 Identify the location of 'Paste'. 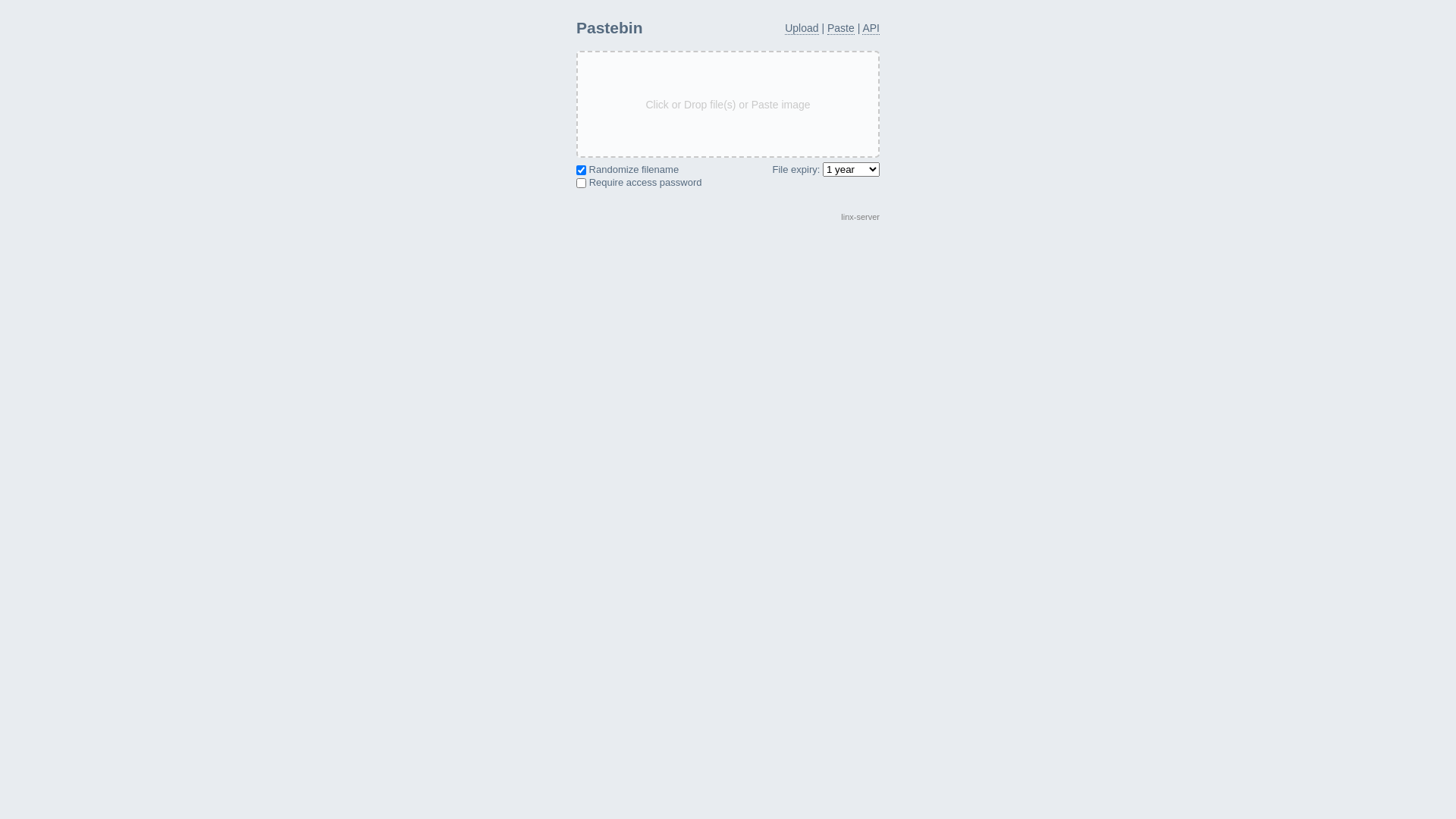
(839, 28).